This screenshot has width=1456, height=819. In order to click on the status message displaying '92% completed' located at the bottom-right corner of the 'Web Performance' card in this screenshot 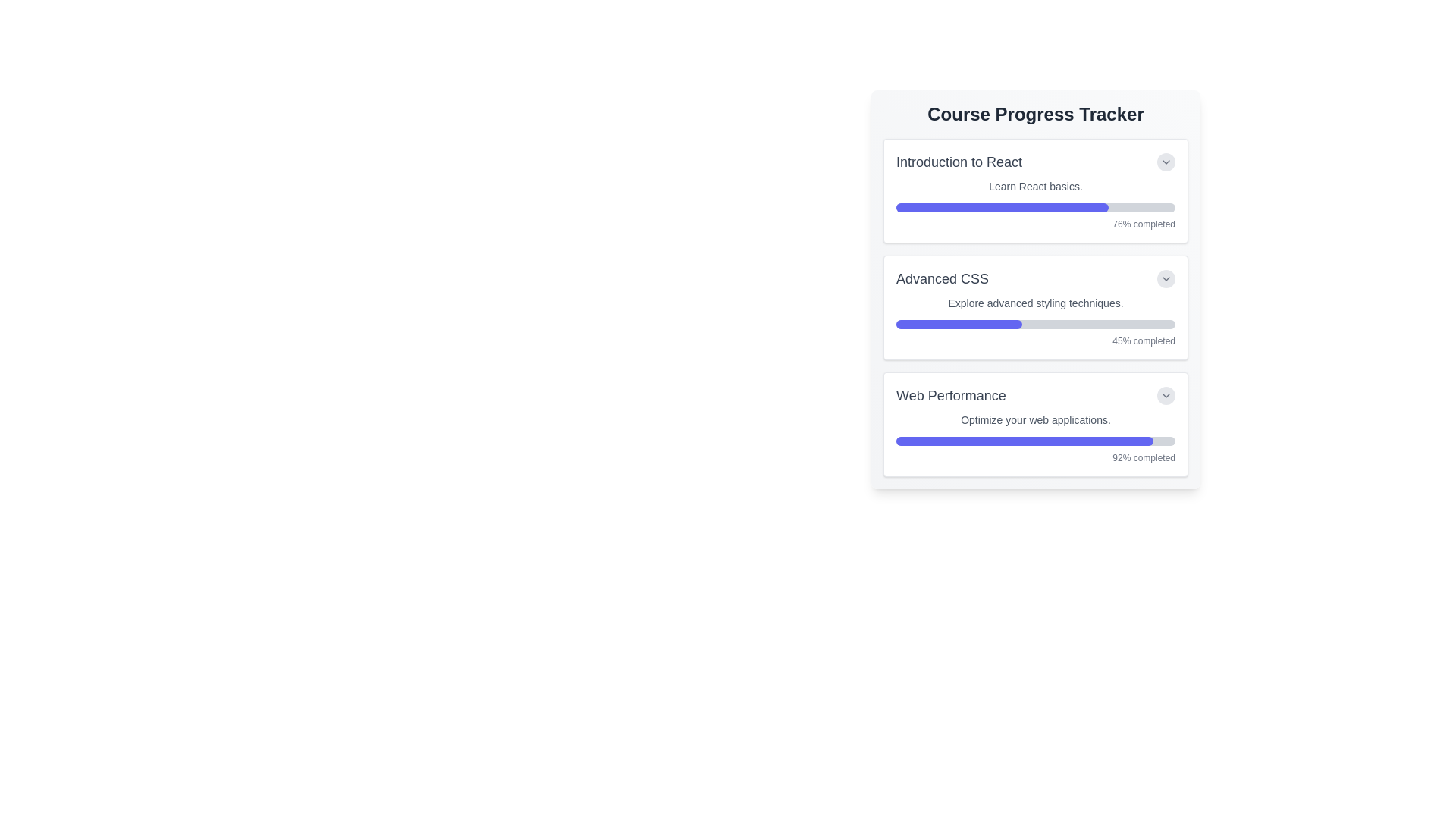, I will do `click(1035, 457)`.